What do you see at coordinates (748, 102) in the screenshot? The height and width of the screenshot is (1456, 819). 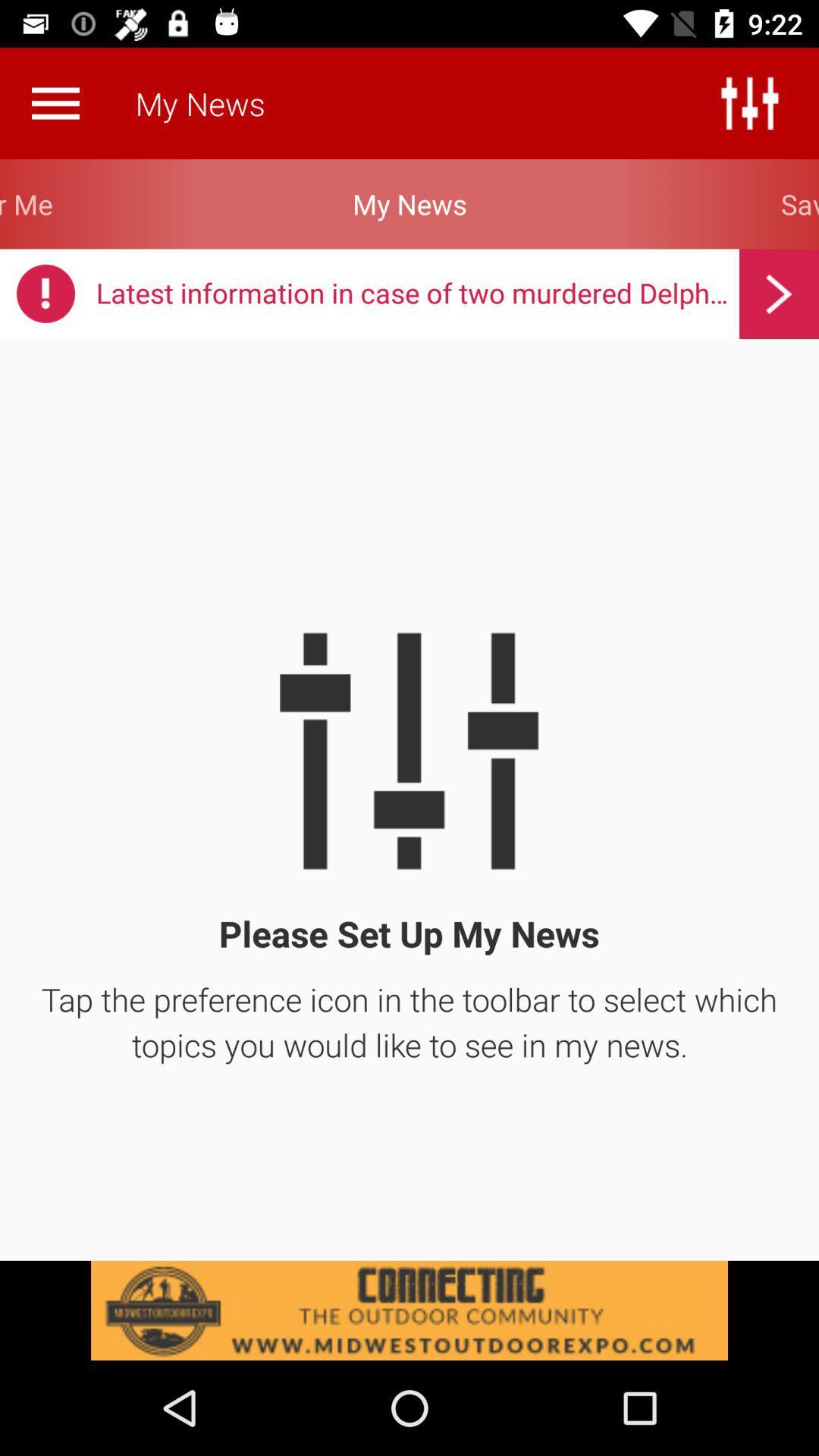 I see `feature preferences` at bounding box center [748, 102].